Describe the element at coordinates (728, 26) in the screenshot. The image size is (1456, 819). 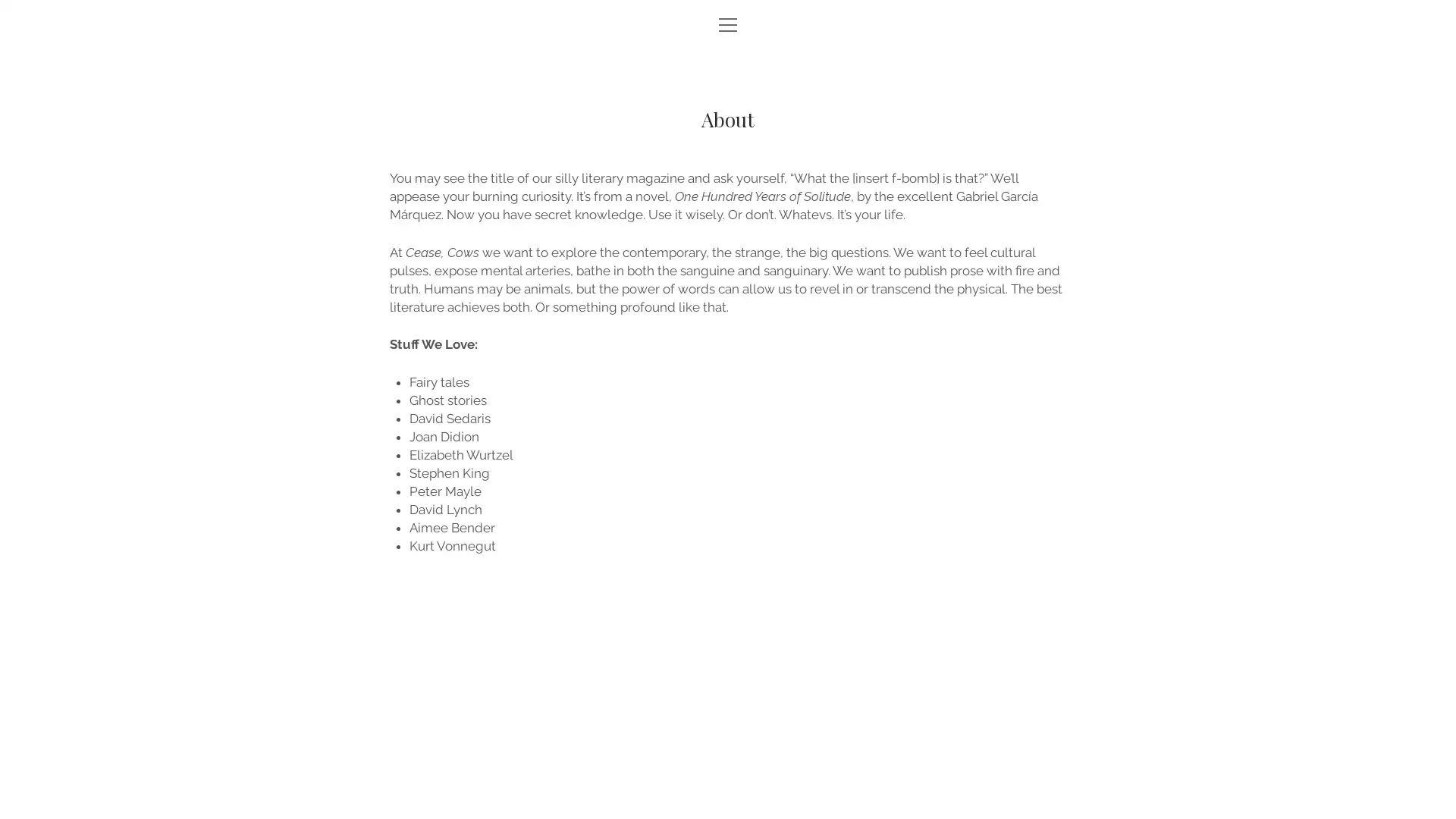
I see `open menu` at that location.